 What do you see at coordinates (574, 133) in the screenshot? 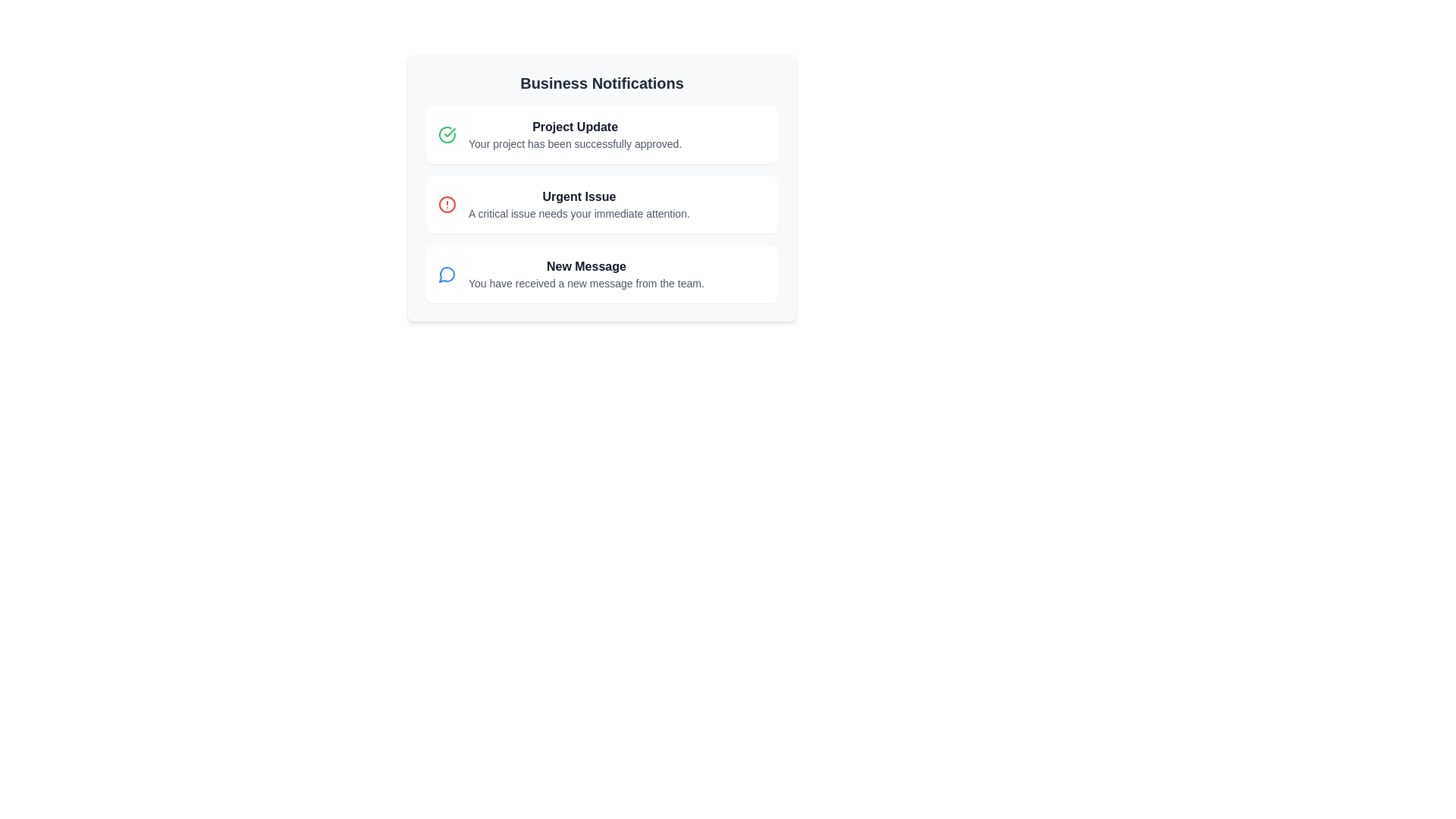
I see `the interactive text component containing the title 'Project Update' and the subtitle 'Your project has been successfully approved.' located in the first notification card at the specified coordinates` at bounding box center [574, 133].